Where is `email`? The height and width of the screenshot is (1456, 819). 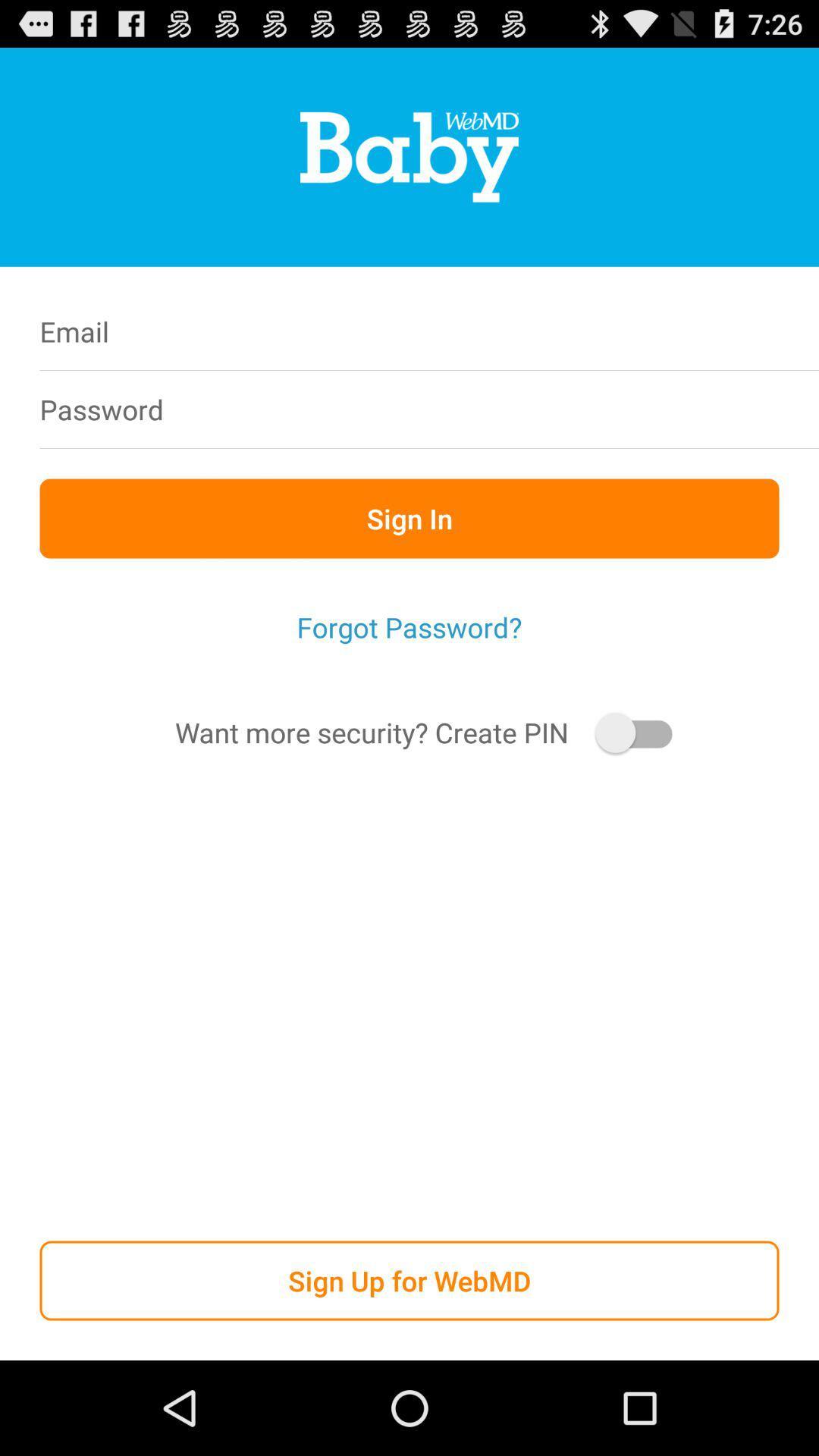
email is located at coordinates (507, 331).